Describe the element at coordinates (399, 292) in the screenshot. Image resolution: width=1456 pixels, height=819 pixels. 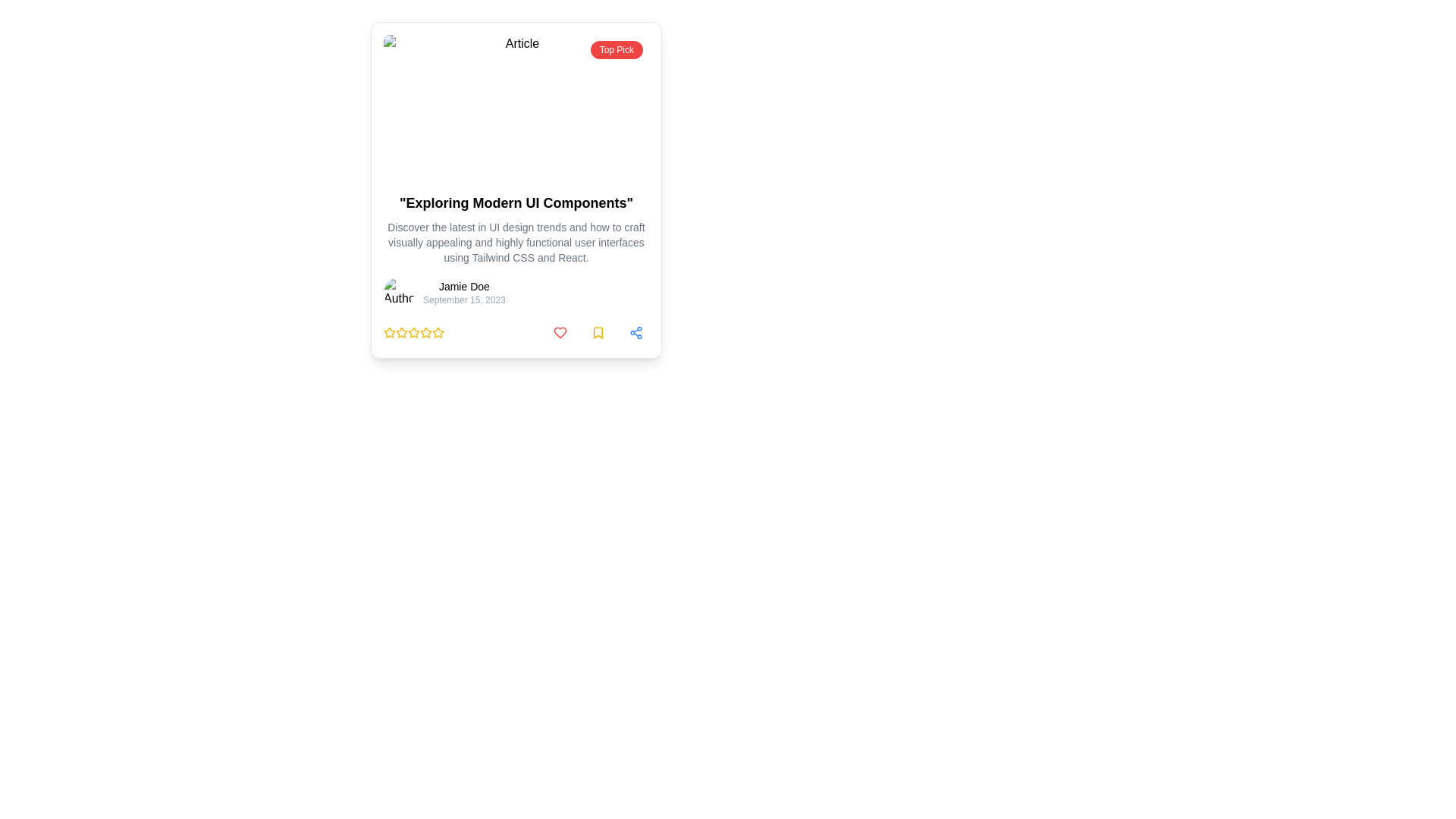
I see `the avatar image representing the author located on the left side of the text information for 'Jamie Doe'` at that location.